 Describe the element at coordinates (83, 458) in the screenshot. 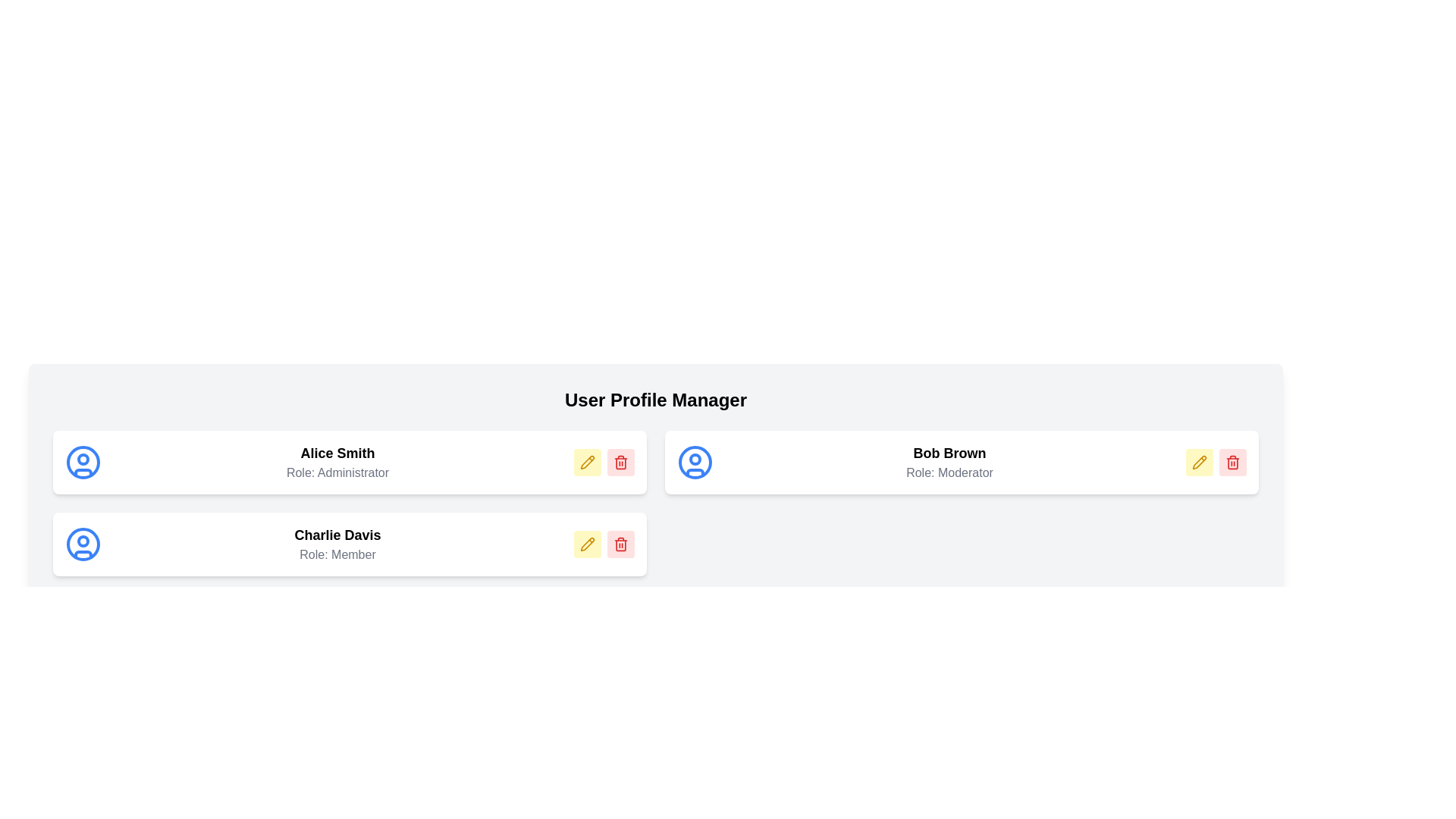

I see `the profile picture placeholder, which is a circular element resembling a user's avatar, located inside a larger circle with a blue outline and white fill` at that location.